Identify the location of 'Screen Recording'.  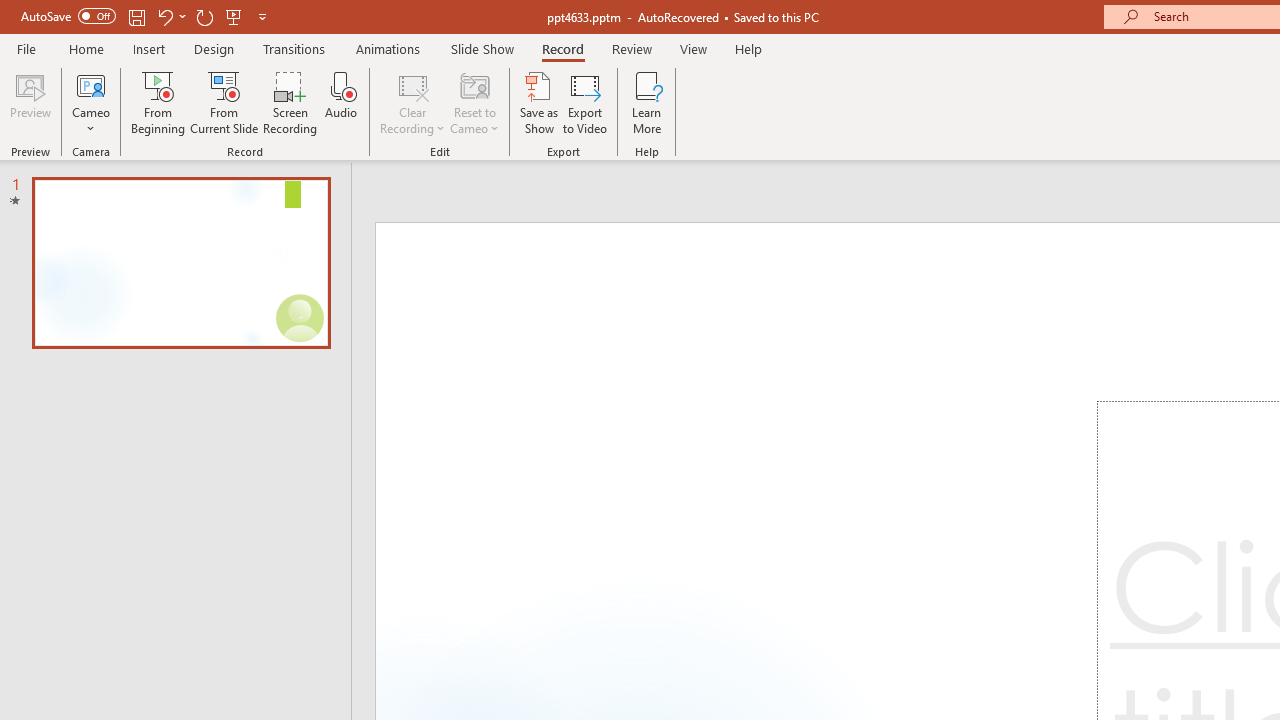
(289, 103).